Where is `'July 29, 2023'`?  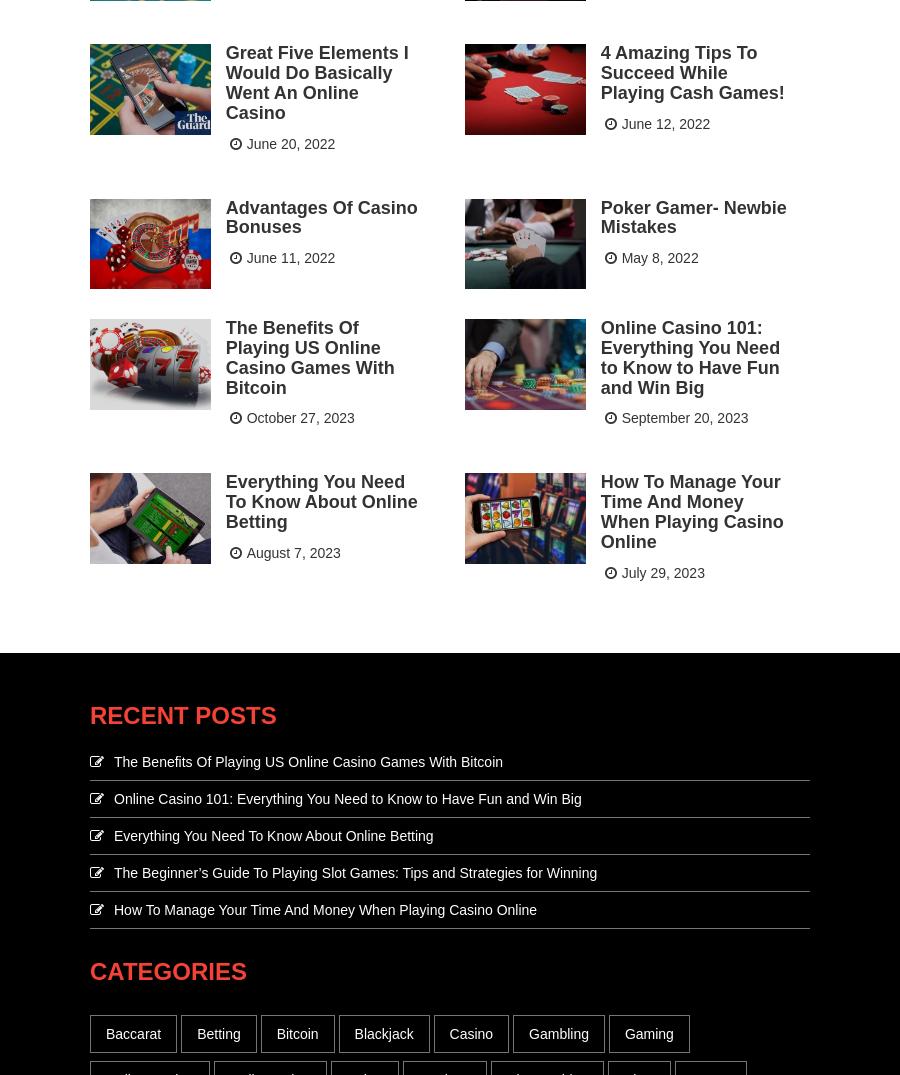
'July 29, 2023' is located at coordinates (662, 571).